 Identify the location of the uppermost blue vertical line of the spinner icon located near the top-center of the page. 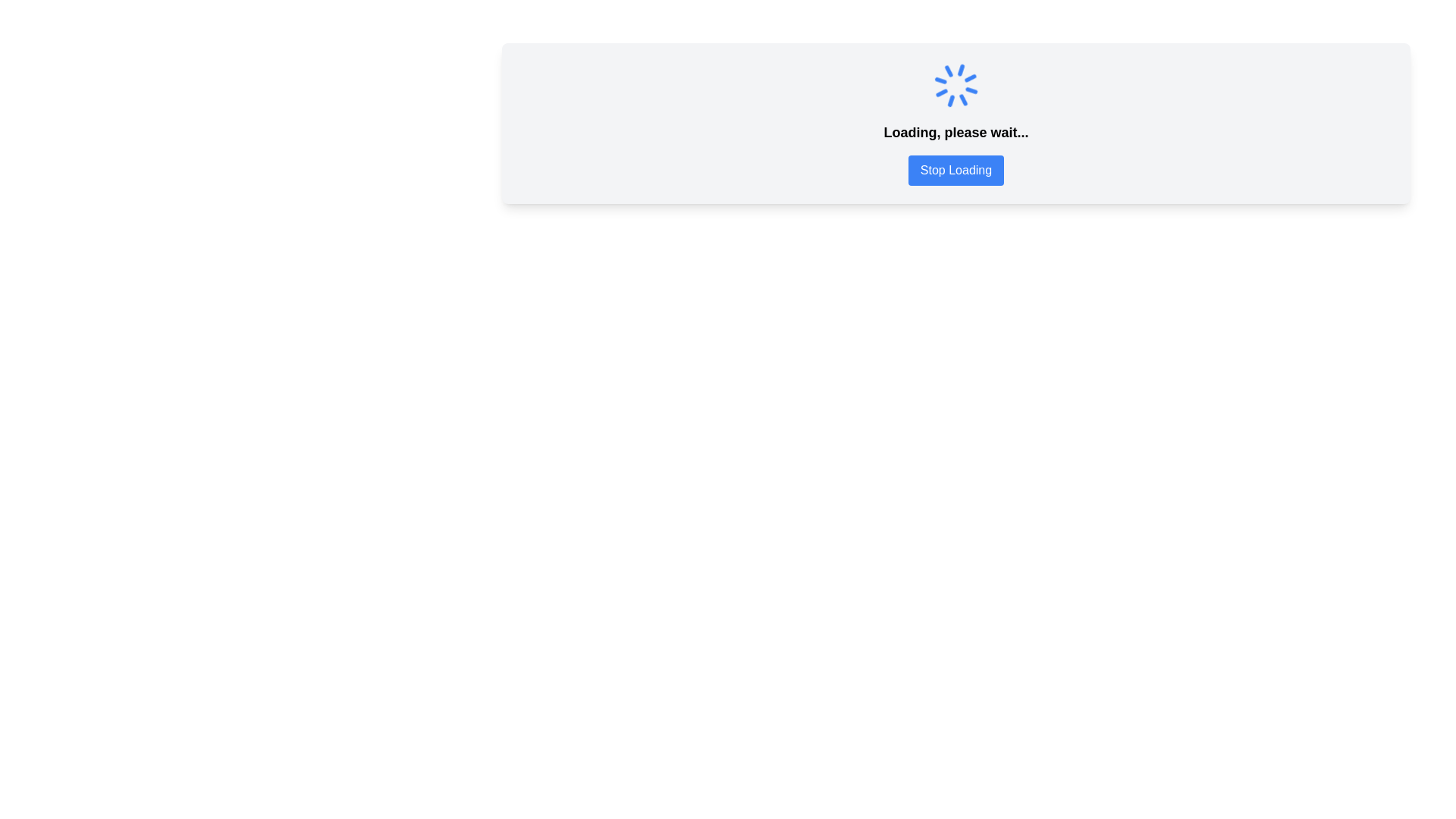
(962, 100).